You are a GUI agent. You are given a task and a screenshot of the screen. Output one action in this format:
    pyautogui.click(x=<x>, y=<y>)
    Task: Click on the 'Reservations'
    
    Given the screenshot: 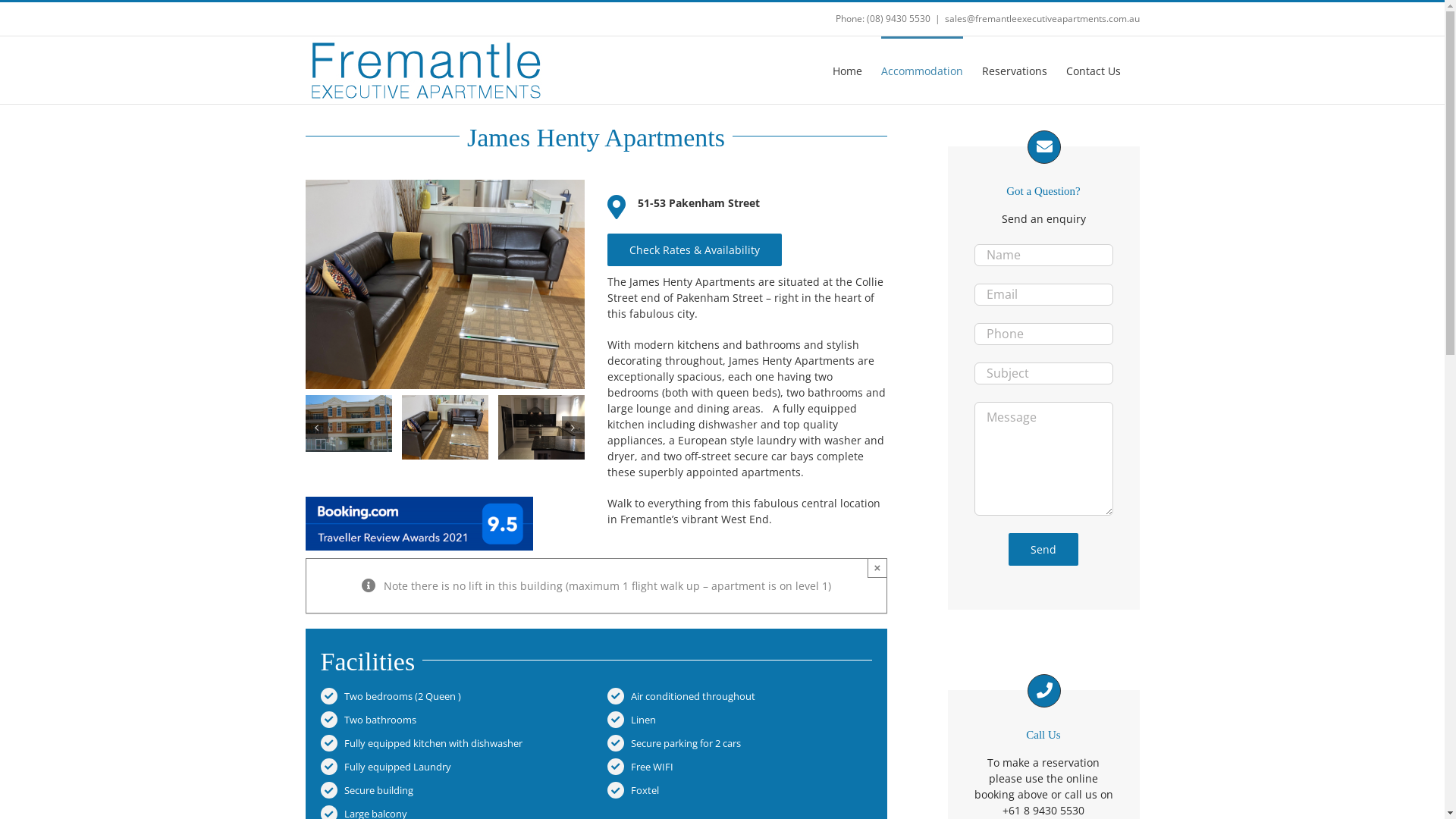 What is the action you would take?
    pyautogui.click(x=1014, y=70)
    